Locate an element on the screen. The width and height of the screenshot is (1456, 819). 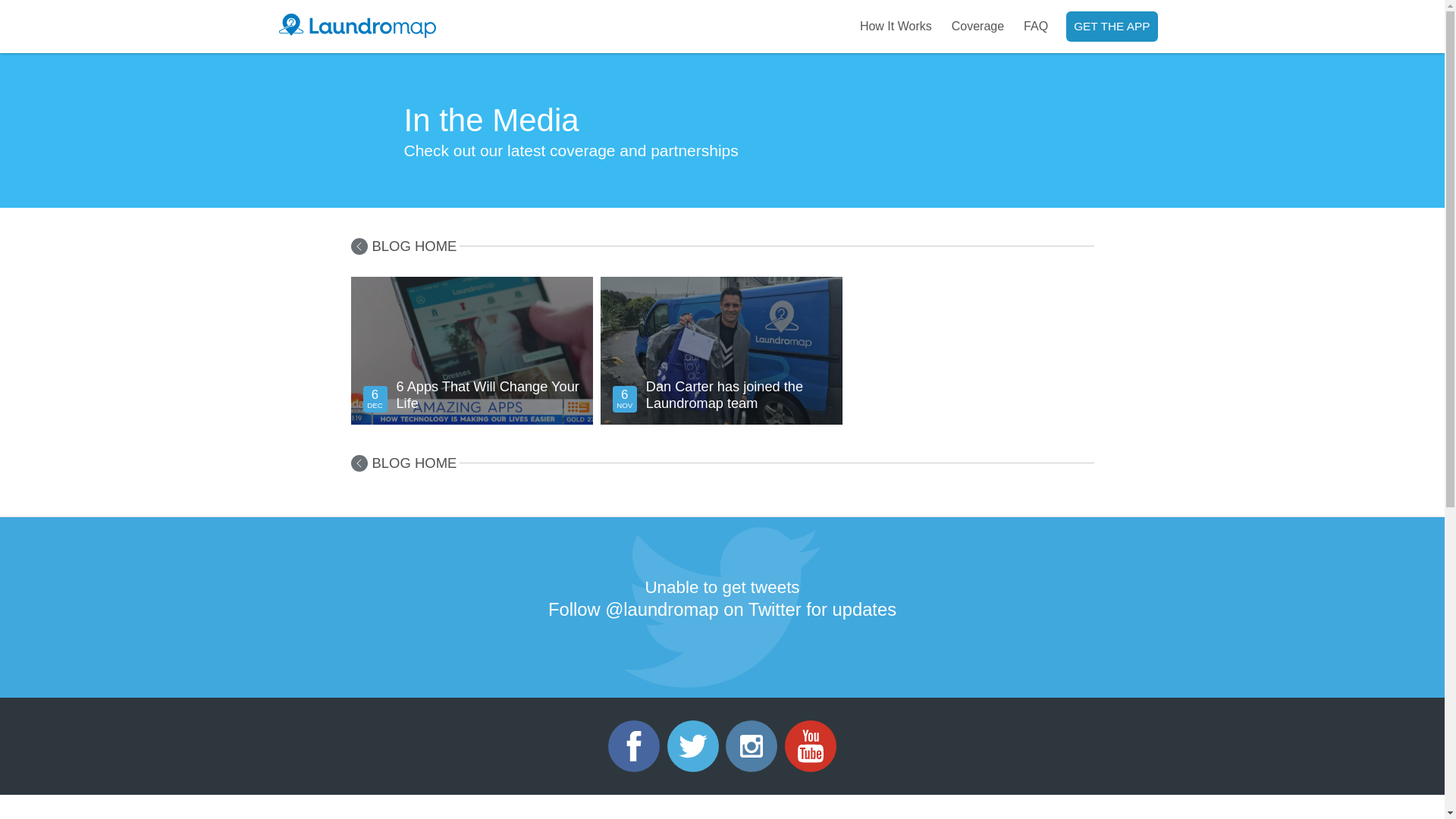
'GET THE APP' is located at coordinates (1111, 26).